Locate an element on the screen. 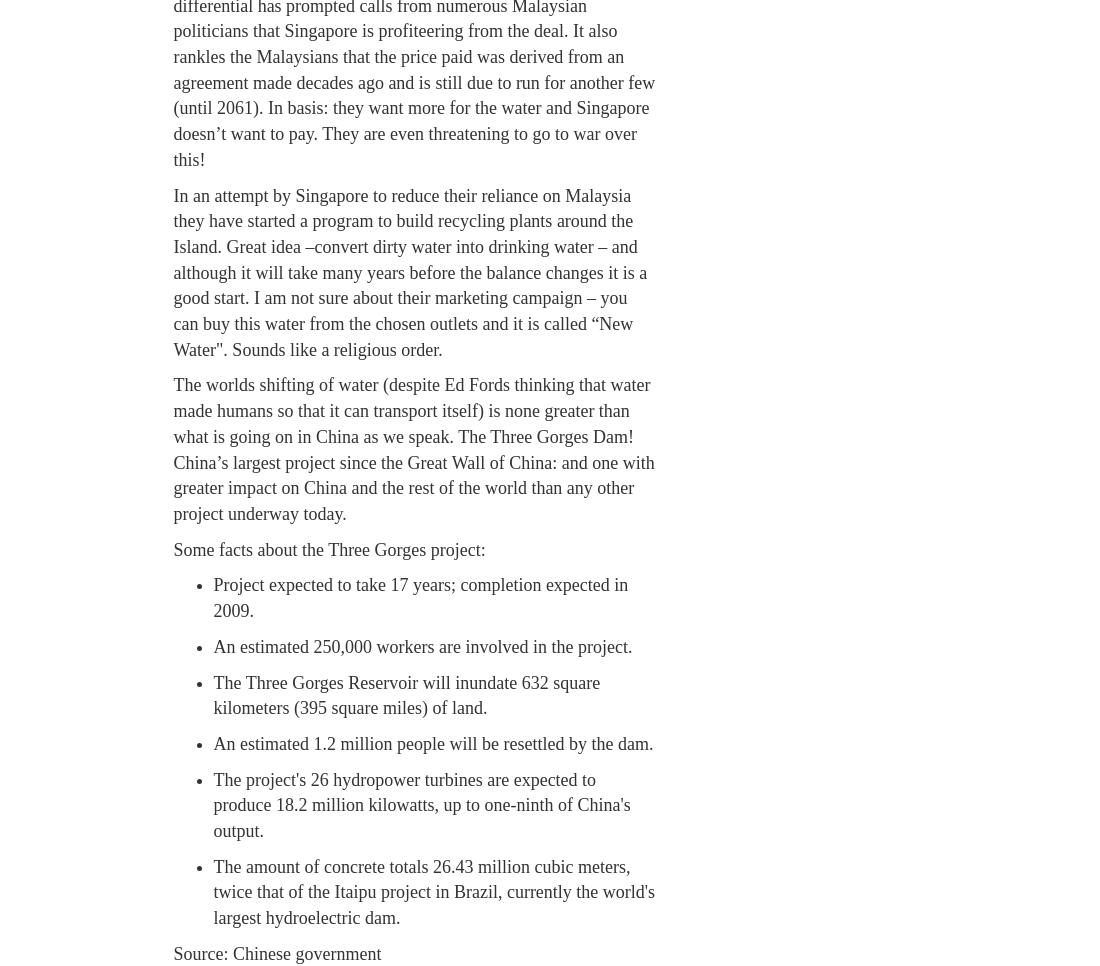 The width and height of the screenshot is (1100, 966). 'An estimated 250,000 workers are involved in the project.' is located at coordinates (212, 644).